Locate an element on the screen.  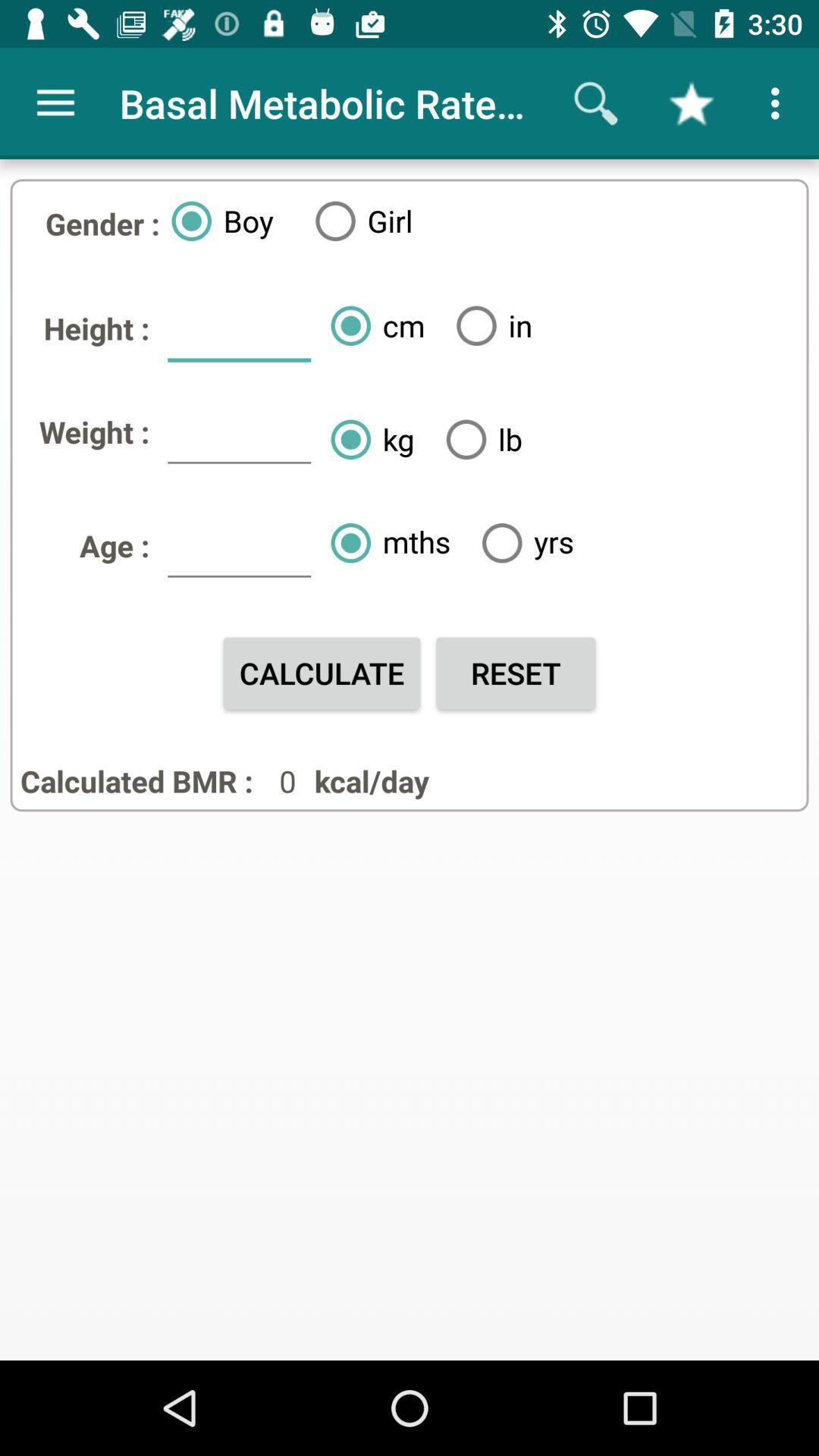
the icon next to the gender : icon is located at coordinates (216, 220).